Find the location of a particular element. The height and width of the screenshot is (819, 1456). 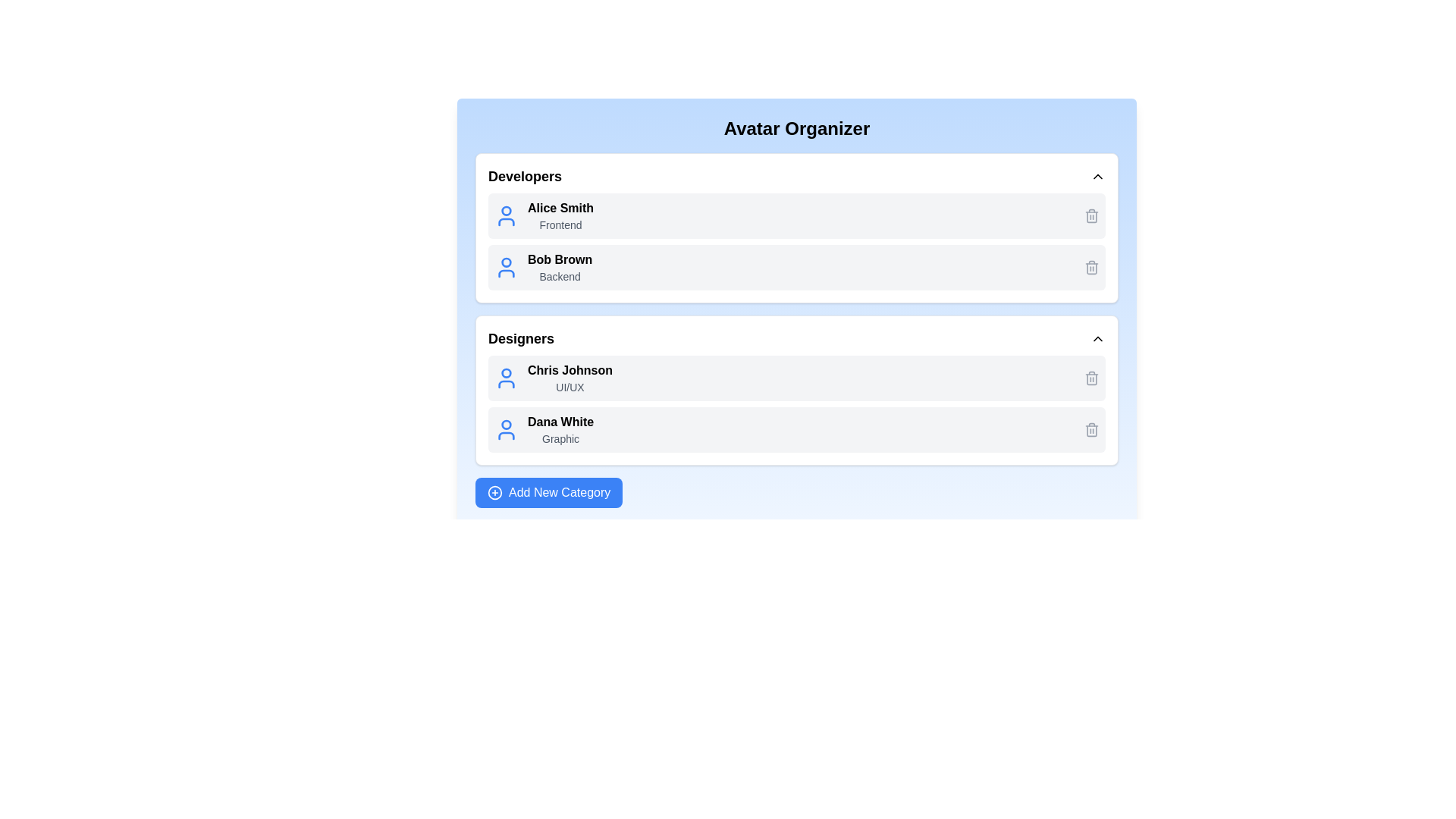

the SVG graphic icon representing user 'Dana White' located in the 'Designers' section, to the left of the text 'Dana White' and 'Graphic' is located at coordinates (506, 430).